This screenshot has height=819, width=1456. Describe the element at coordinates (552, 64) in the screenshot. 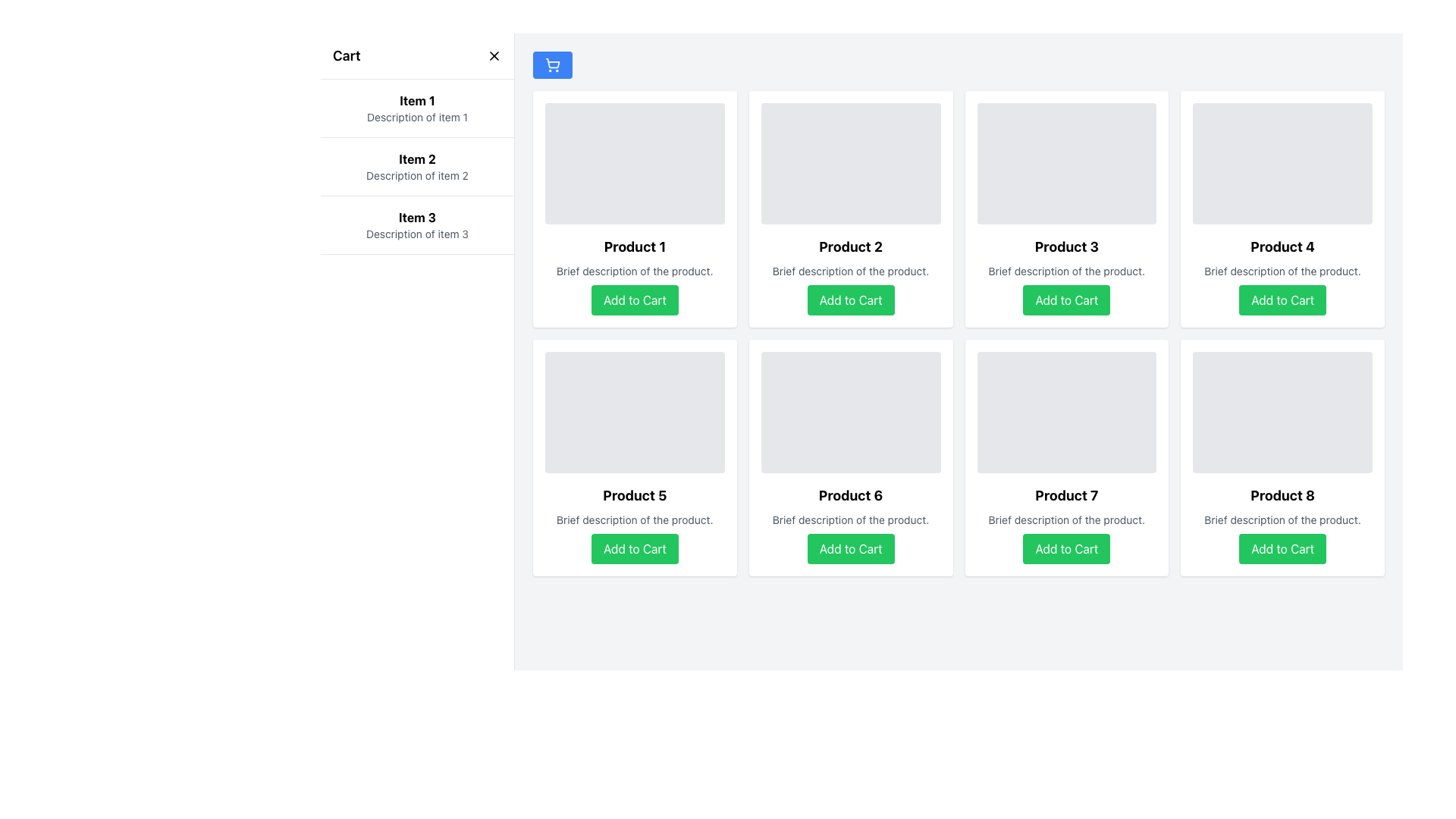

I see `the shopping cart icon located within the blue button at the top-left corner of the main content area` at that location.